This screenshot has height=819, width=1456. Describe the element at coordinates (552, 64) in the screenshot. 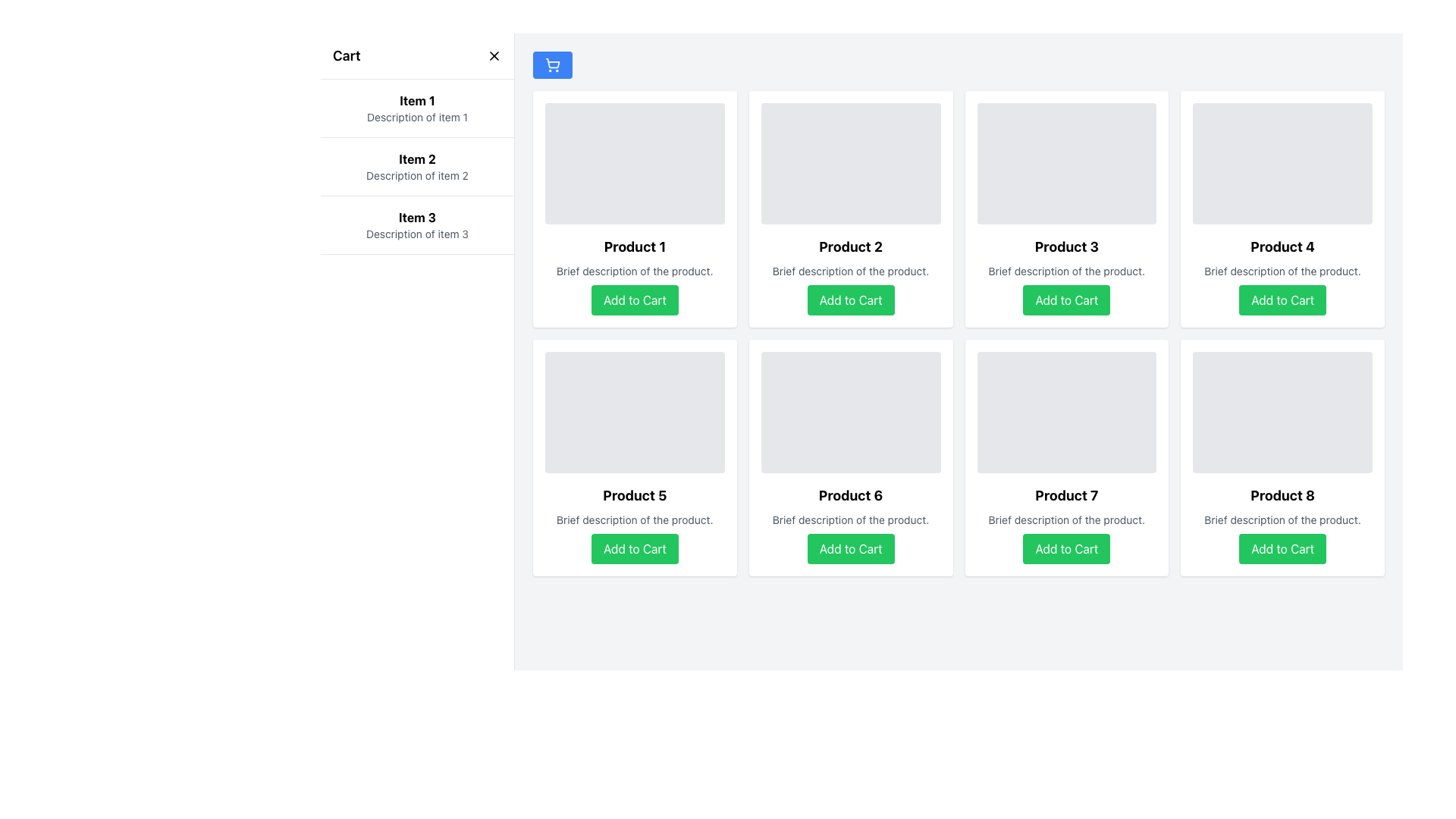

I see `the shopping cart icon located within the blue button at the top-left corner of the main content area` at that location.